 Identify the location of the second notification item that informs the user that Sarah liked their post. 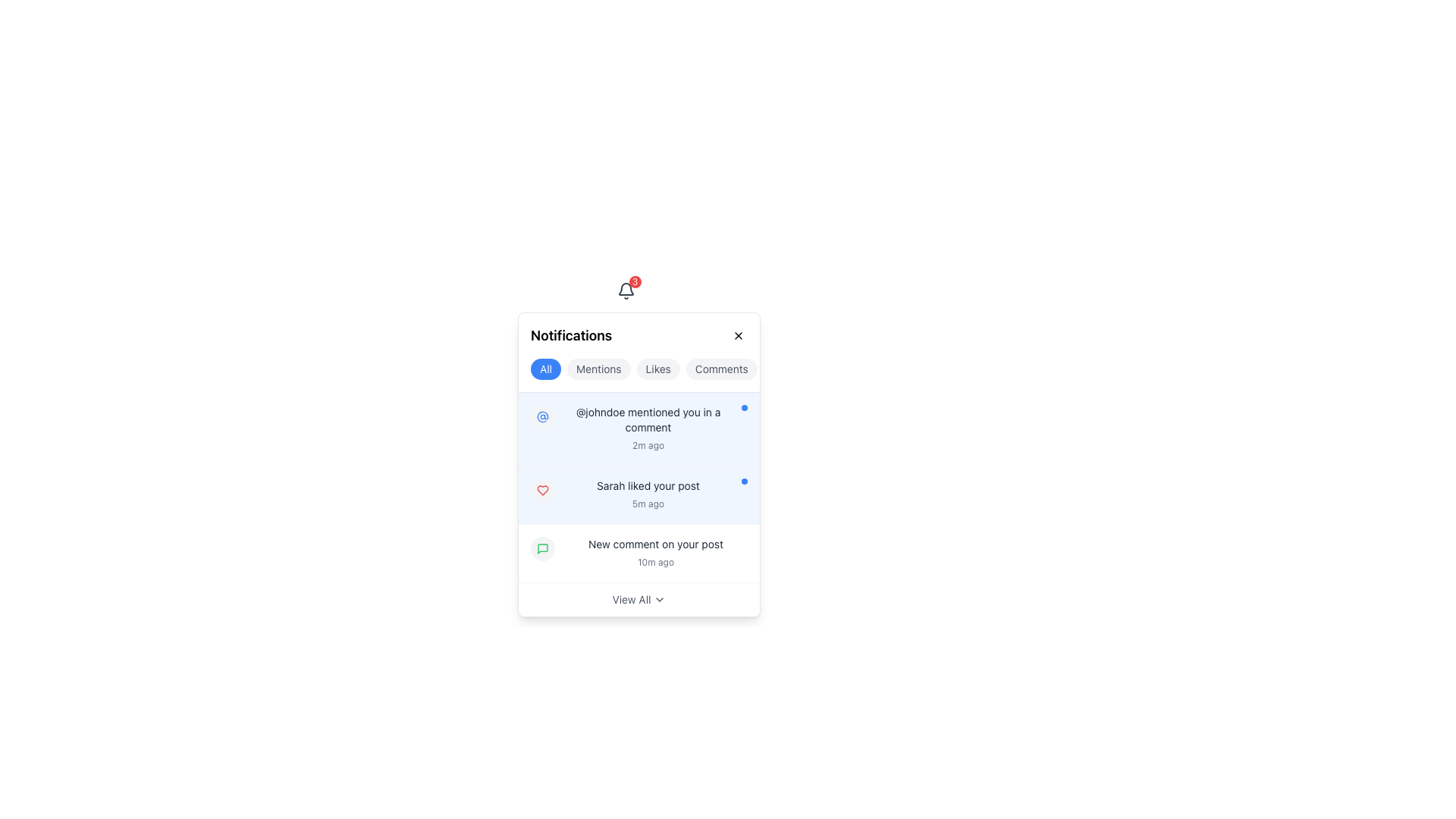
(639, 494).